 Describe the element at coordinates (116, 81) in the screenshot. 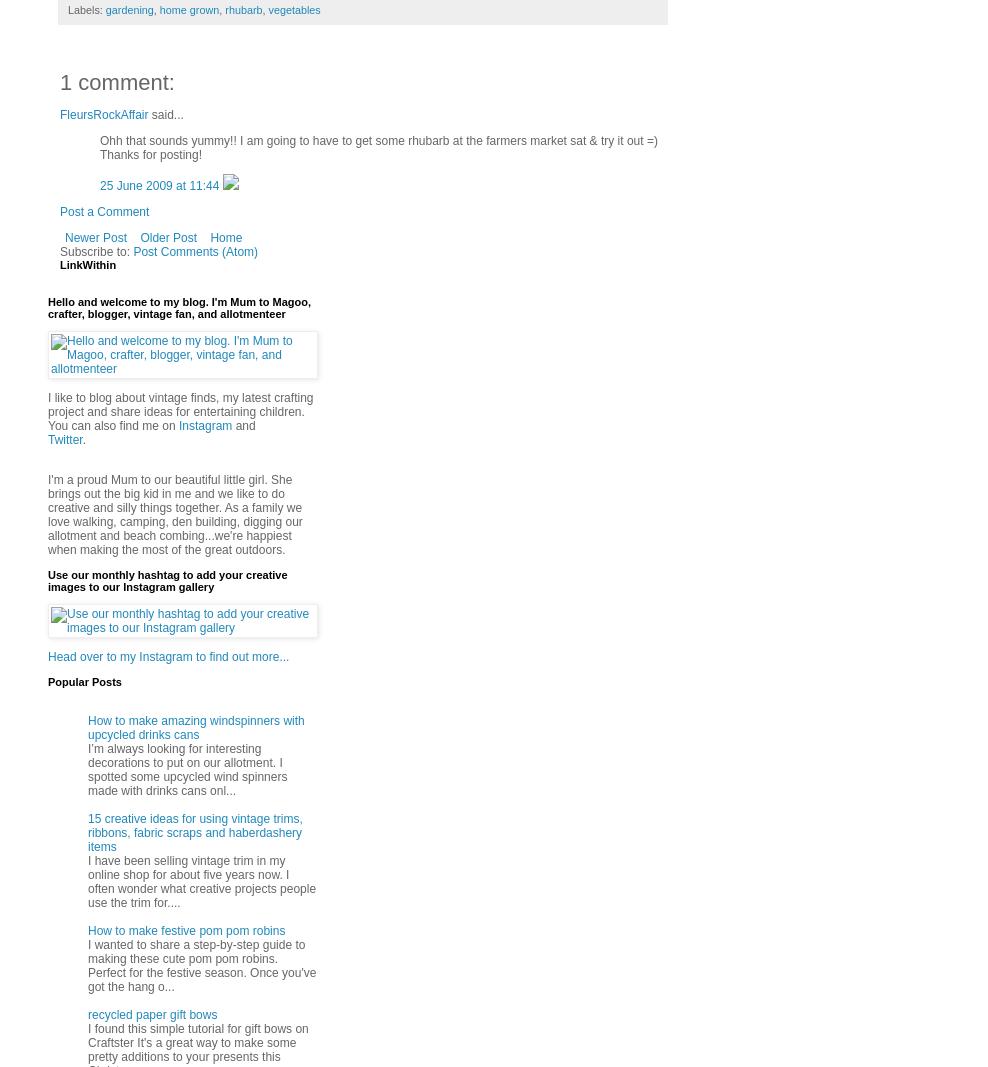

I see `'1 comment:'` at that location.